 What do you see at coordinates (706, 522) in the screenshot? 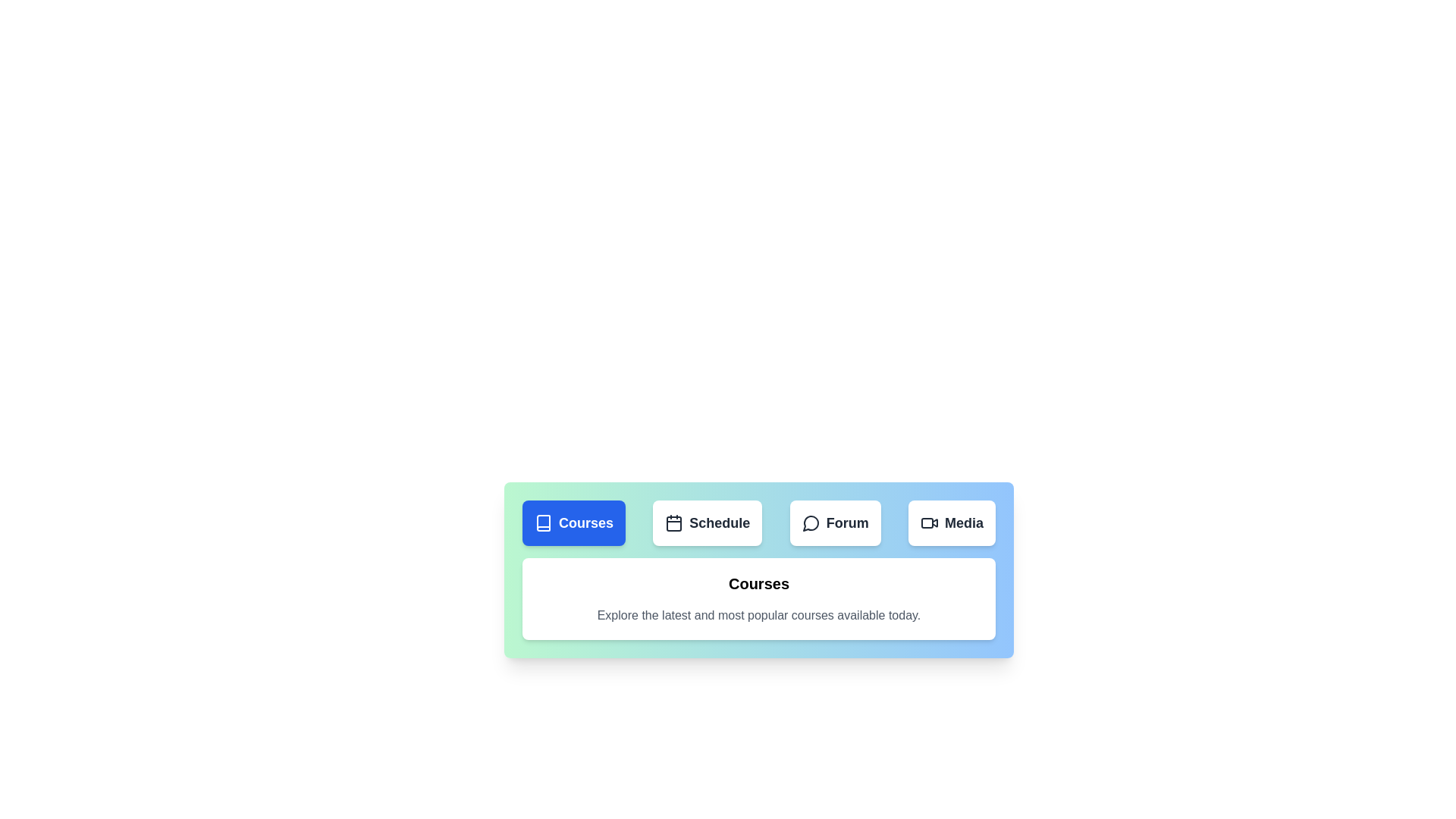
I see `the tab labeled Schedule to view its content` at bounding box center [706, 522].